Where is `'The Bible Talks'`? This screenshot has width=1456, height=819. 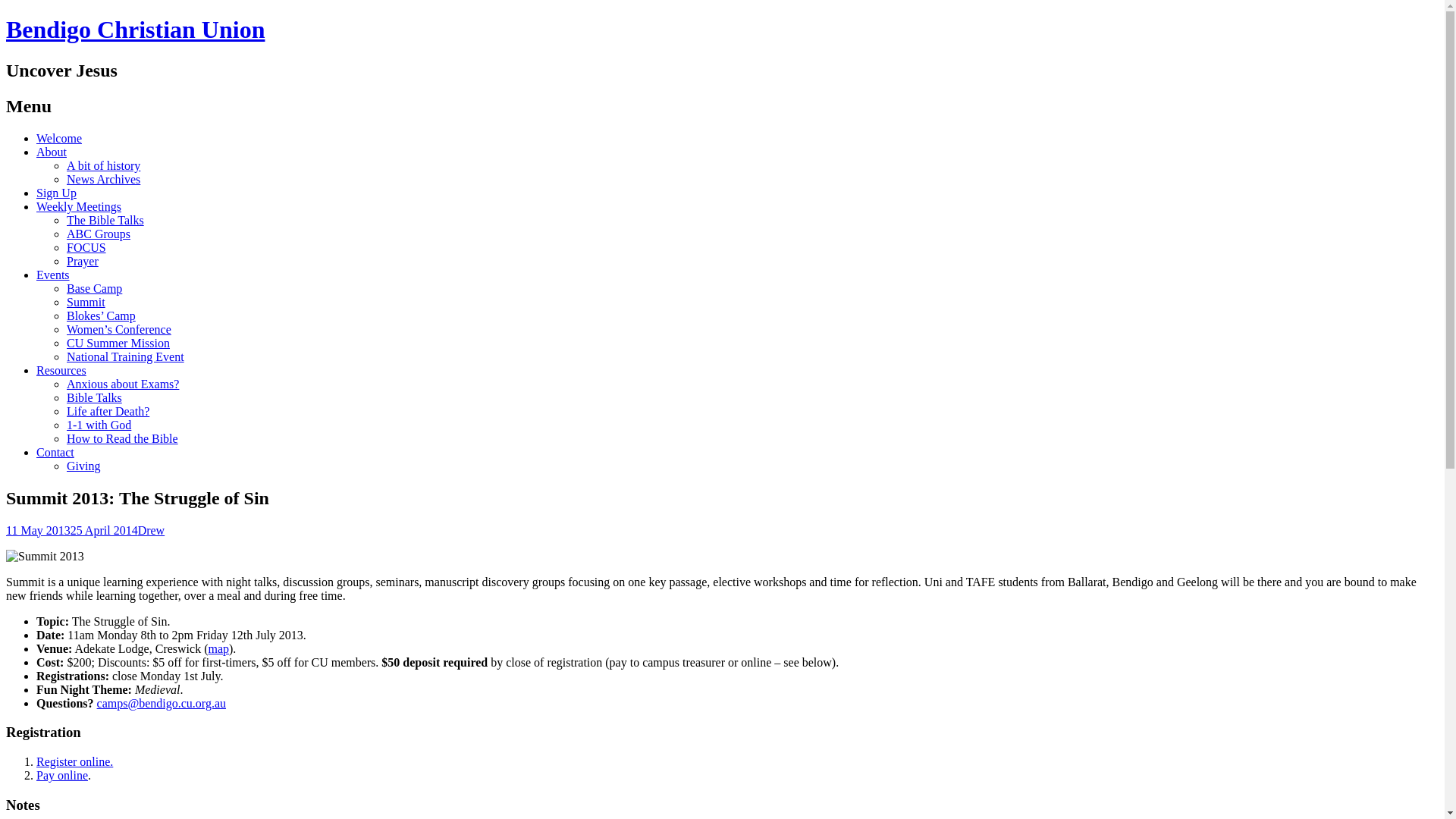
'The Bible Talks' is located at coordinates (105, 220).